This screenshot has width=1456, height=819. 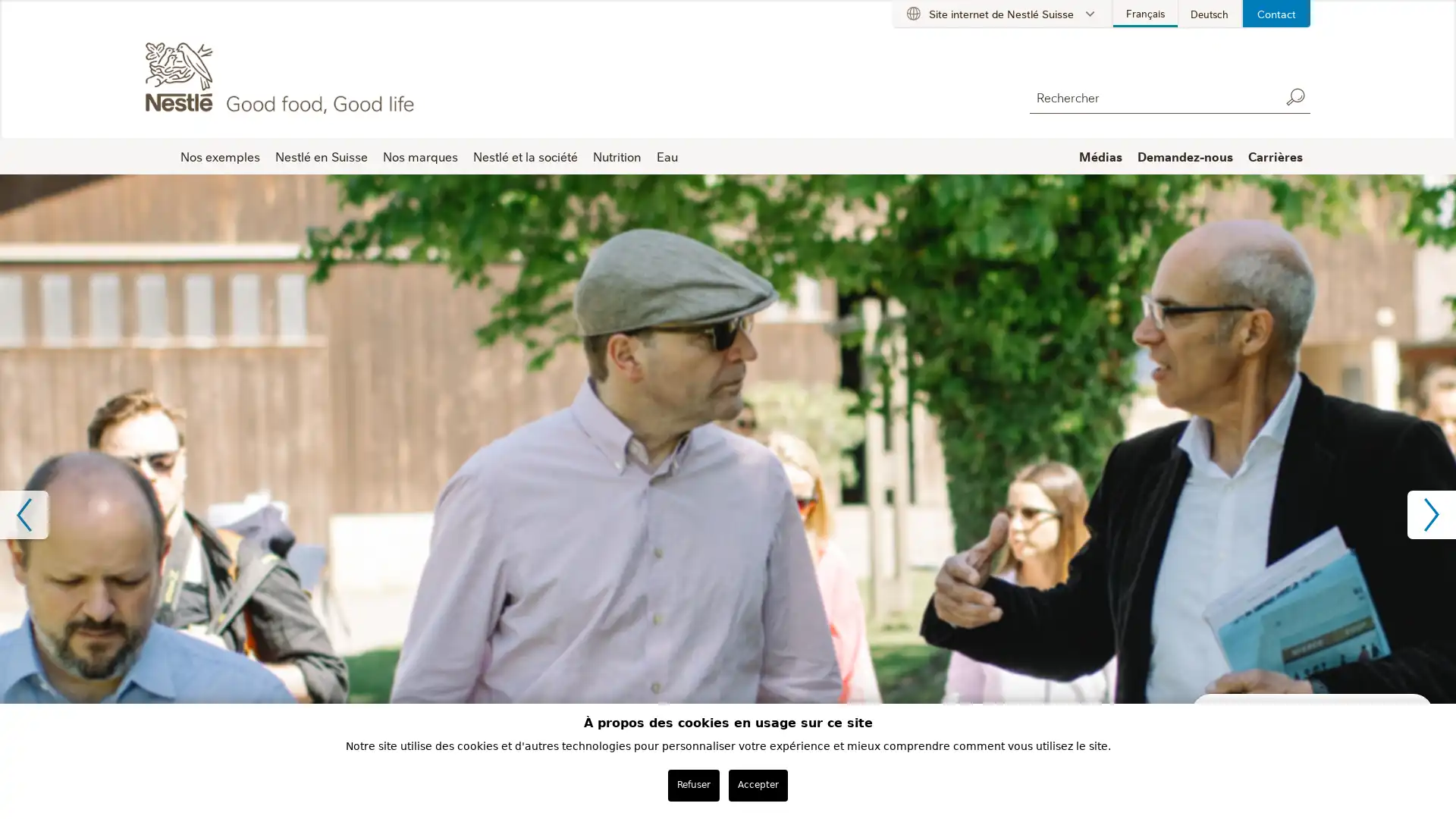 I want to click on Accept, so click(x=757, y=784).